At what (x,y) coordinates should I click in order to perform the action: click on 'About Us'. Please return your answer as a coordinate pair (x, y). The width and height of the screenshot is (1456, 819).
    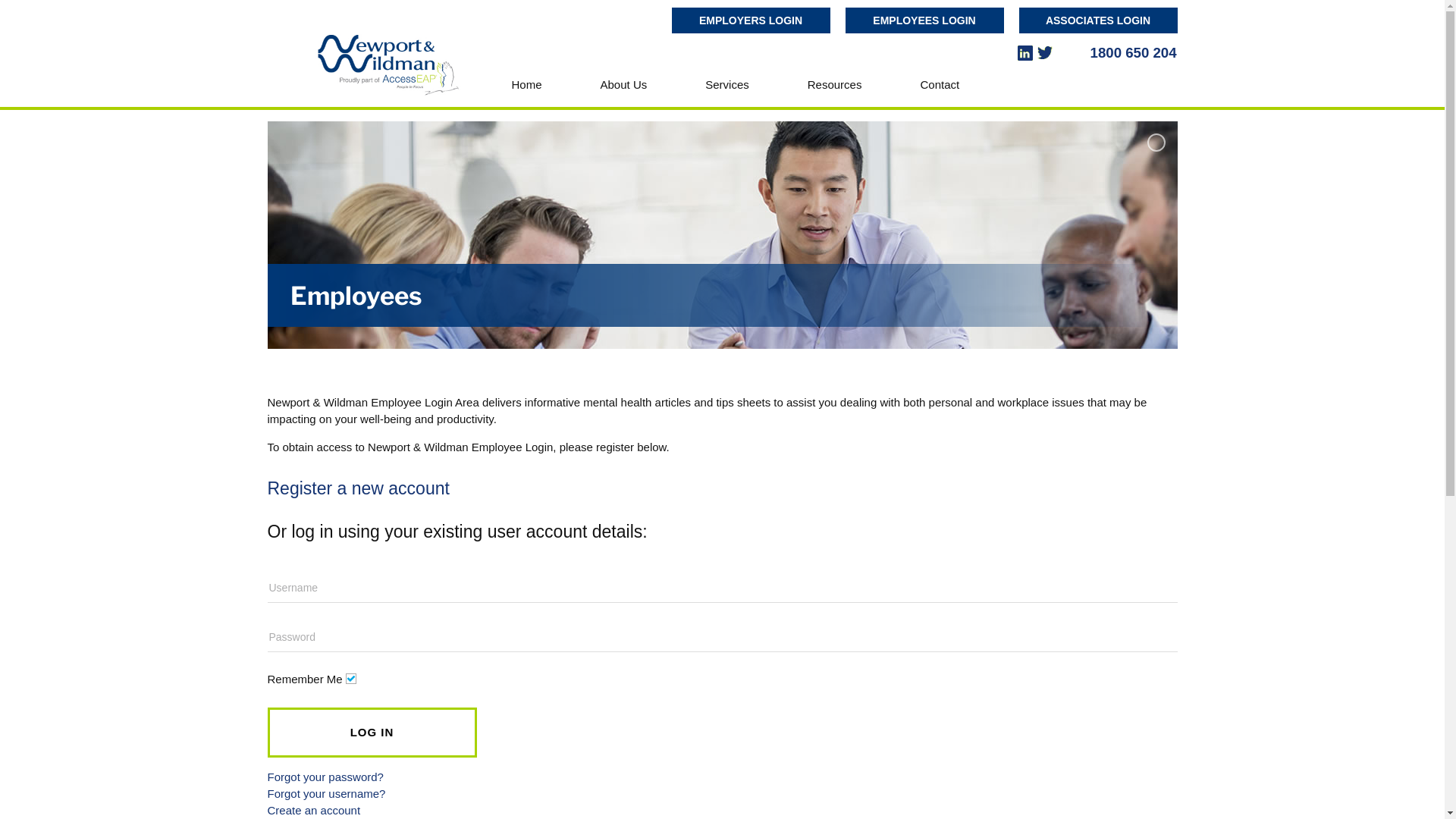
    Looking at the image, I should click on (581, 84).